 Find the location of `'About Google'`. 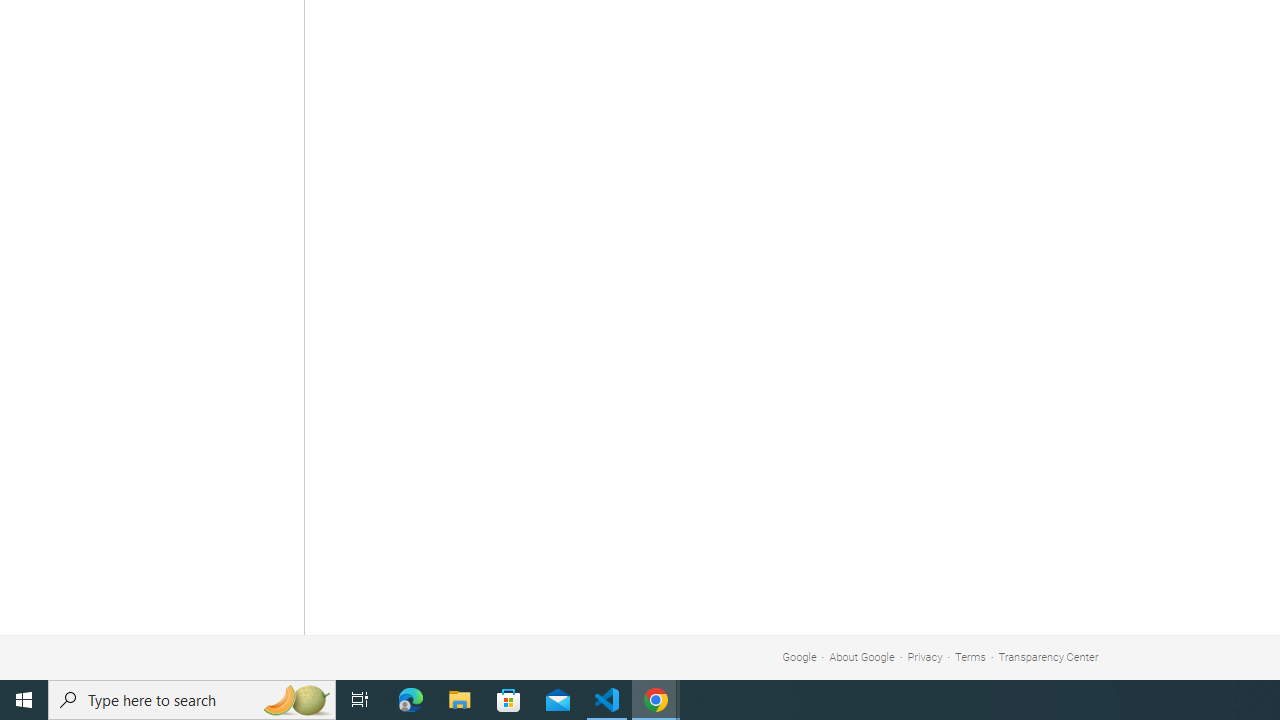

'About Google' is located at coordinates (862, 657).